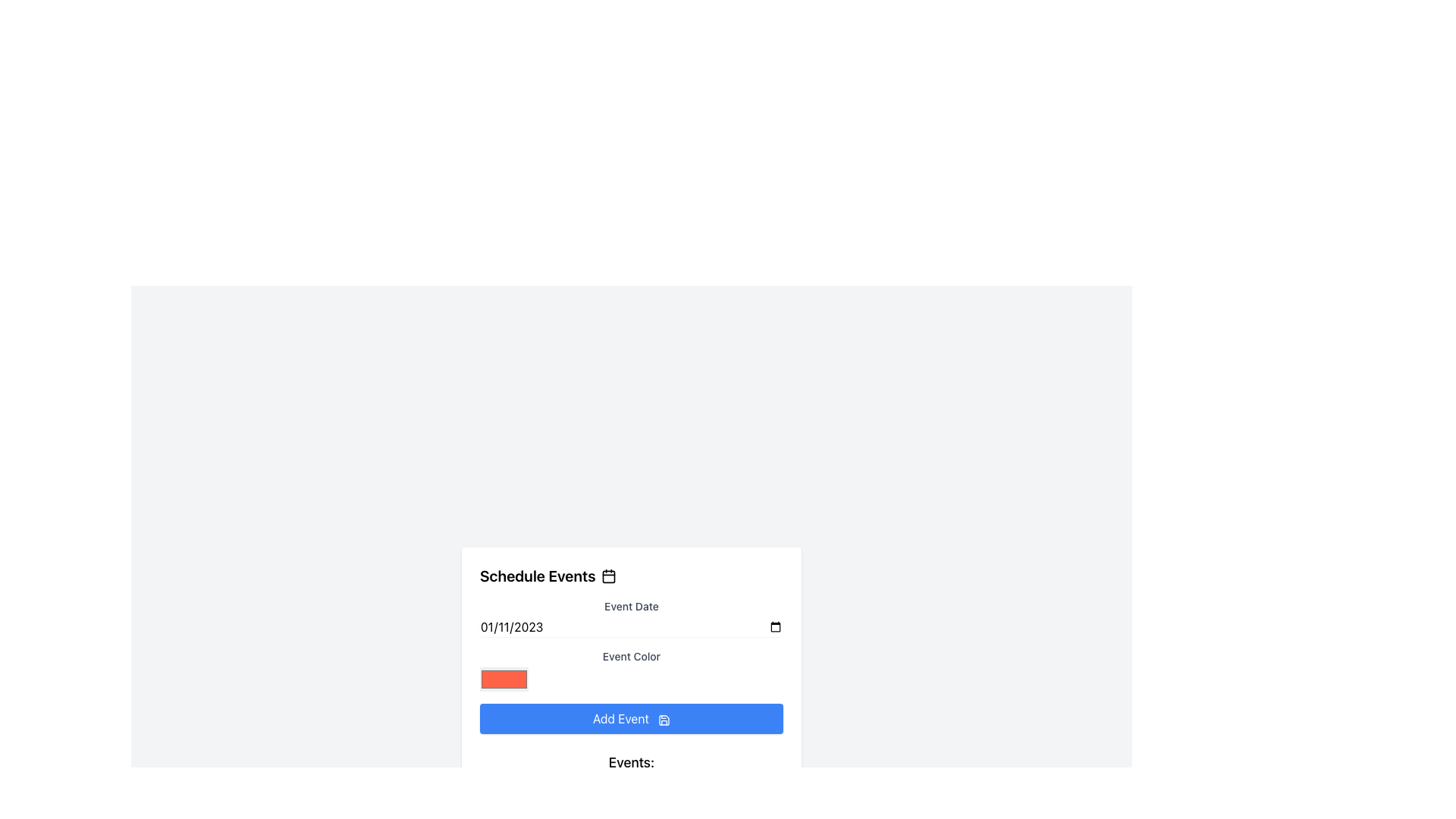 This screenshot has width=1456, height=819. What do you see at coordinates (632, 666) in the screenshot?
I see `the orange-red color picker box located below the 'Event Color' label in the 'Schedule Events' form` at bounding box center [632, 666].